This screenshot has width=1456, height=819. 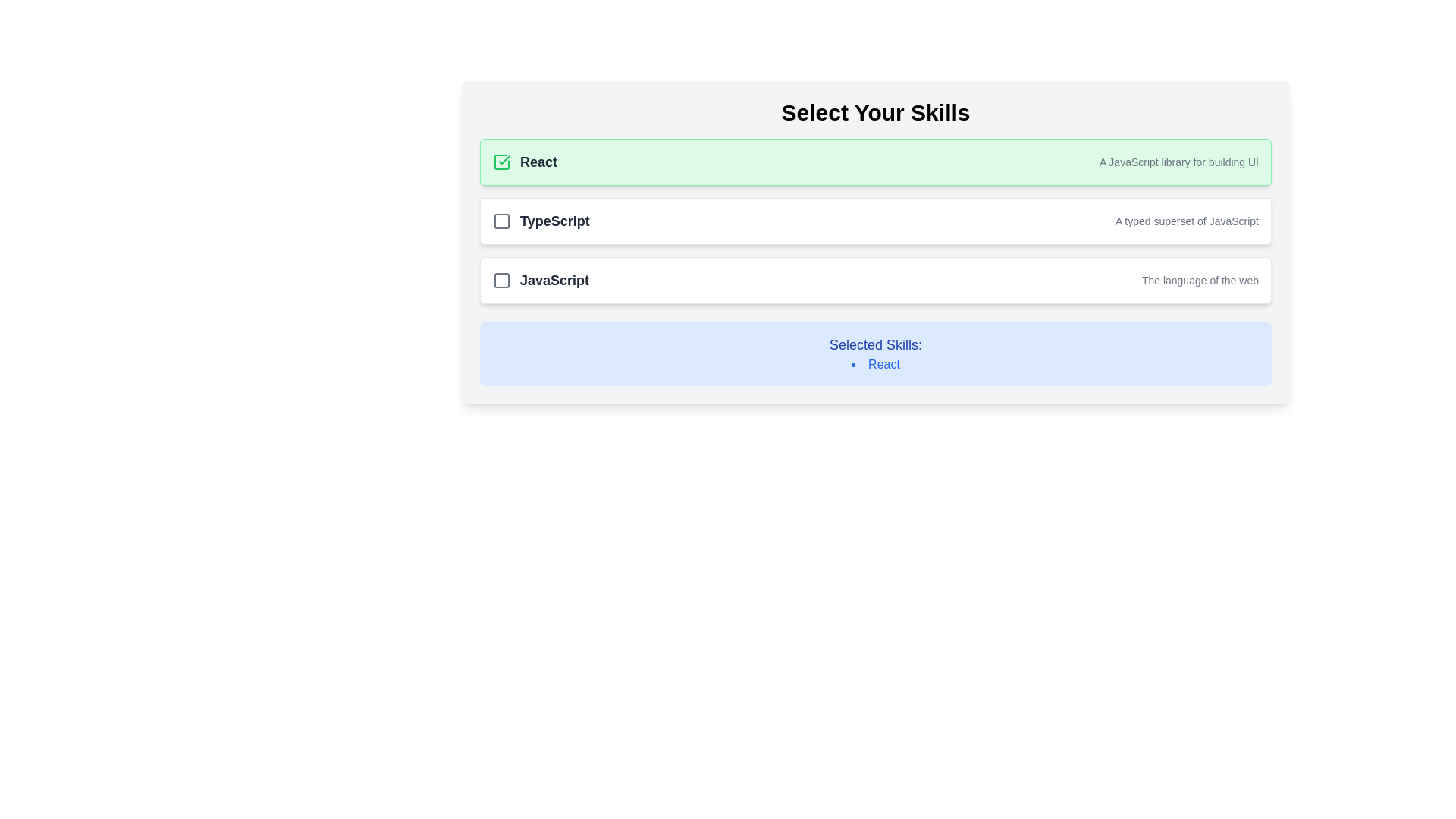 I want to click on contents of the Informational panel with a blue background that displays 'Selected Skills:' and a bulleted list with 'React', so click(x=876, y=353).